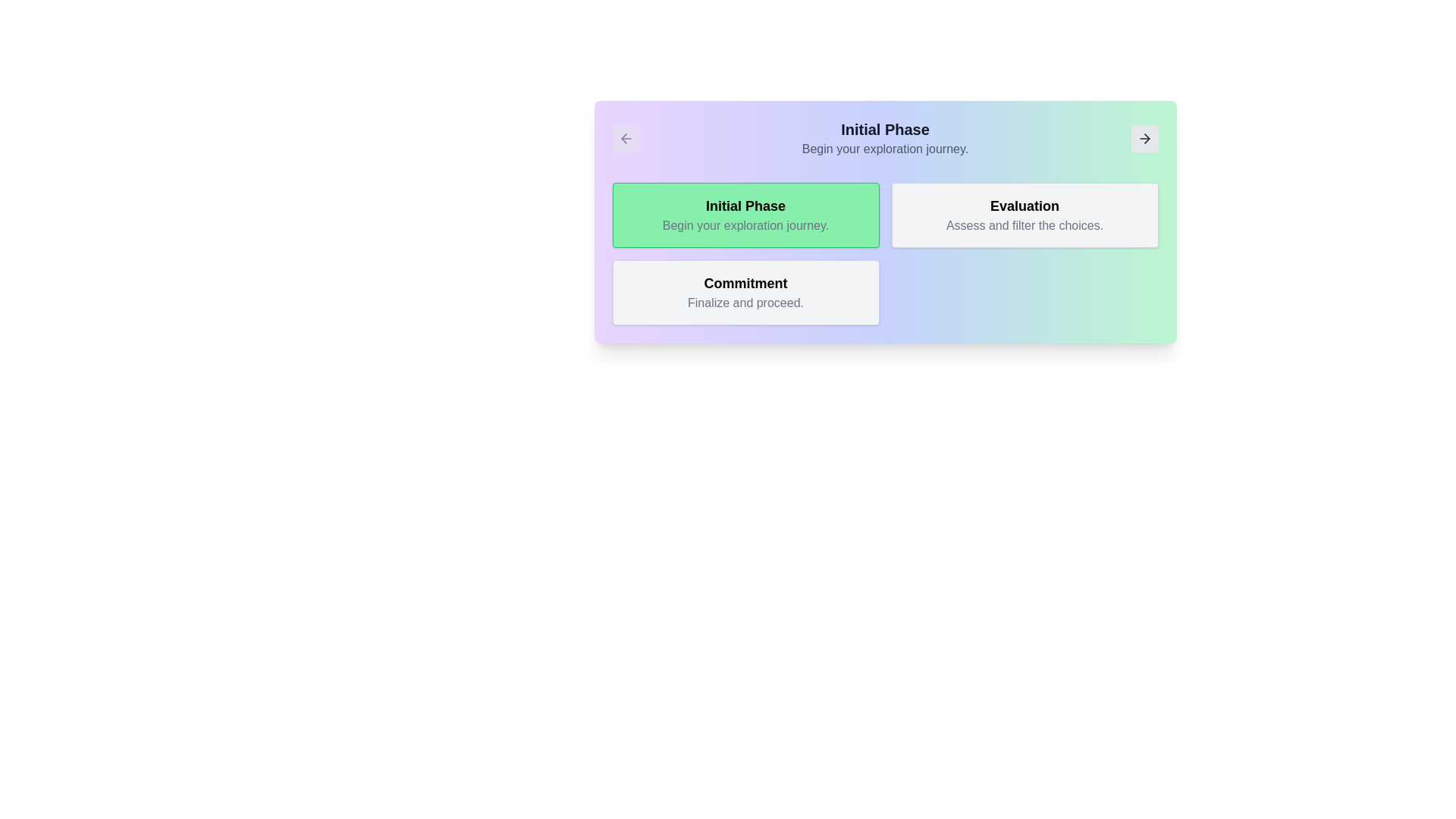 This screenshot has width=1456, height=819. What do you see at coordinates (885, 138) in the screenshot?
I see `text content from the header displaying 'Initial Phase' and the subtitle 'Begin your exploration journey', which is centered within the interface` at bounding box center [885, 138].